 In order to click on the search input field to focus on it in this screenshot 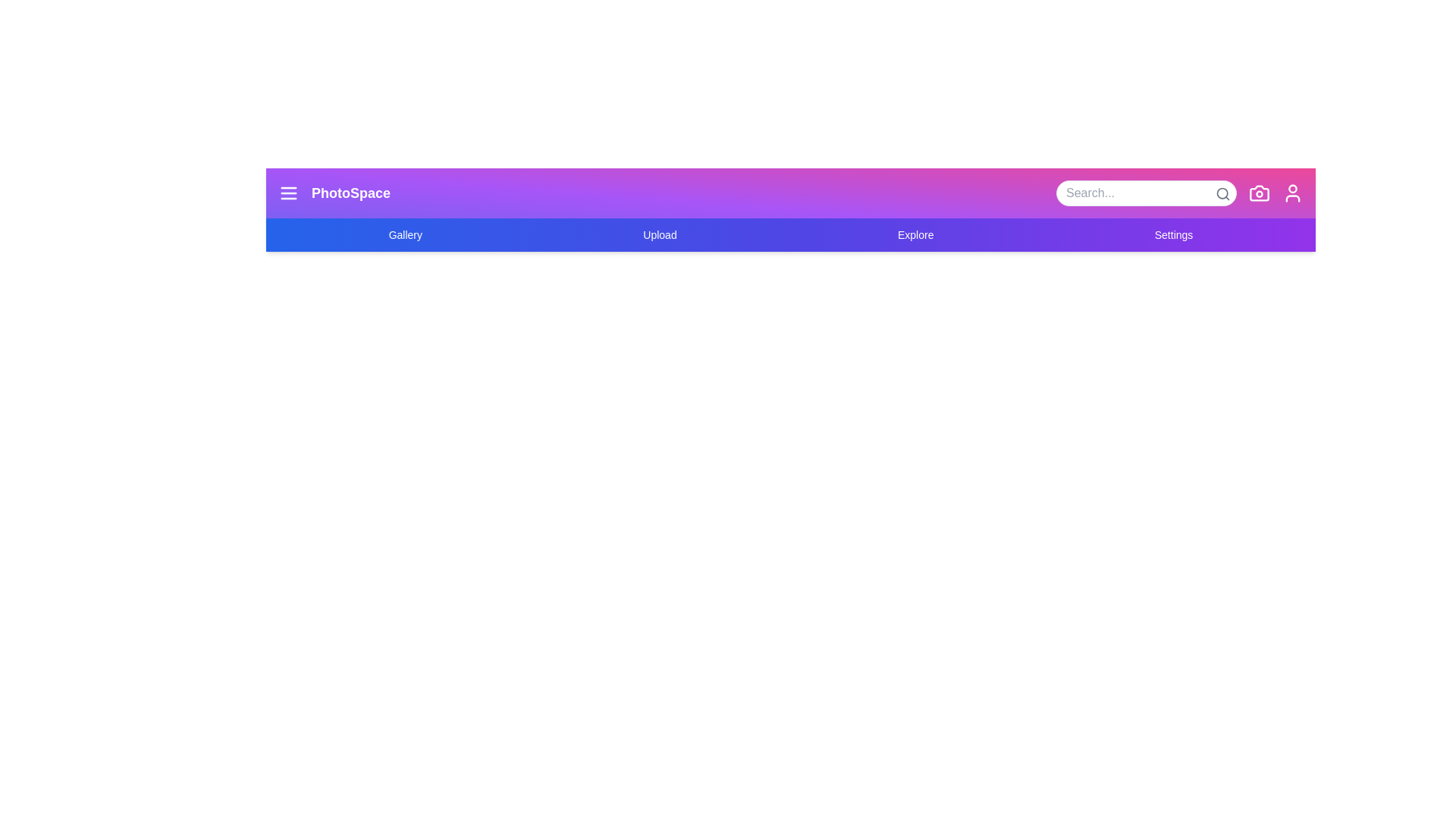, I will do `click(1147, 192)`.